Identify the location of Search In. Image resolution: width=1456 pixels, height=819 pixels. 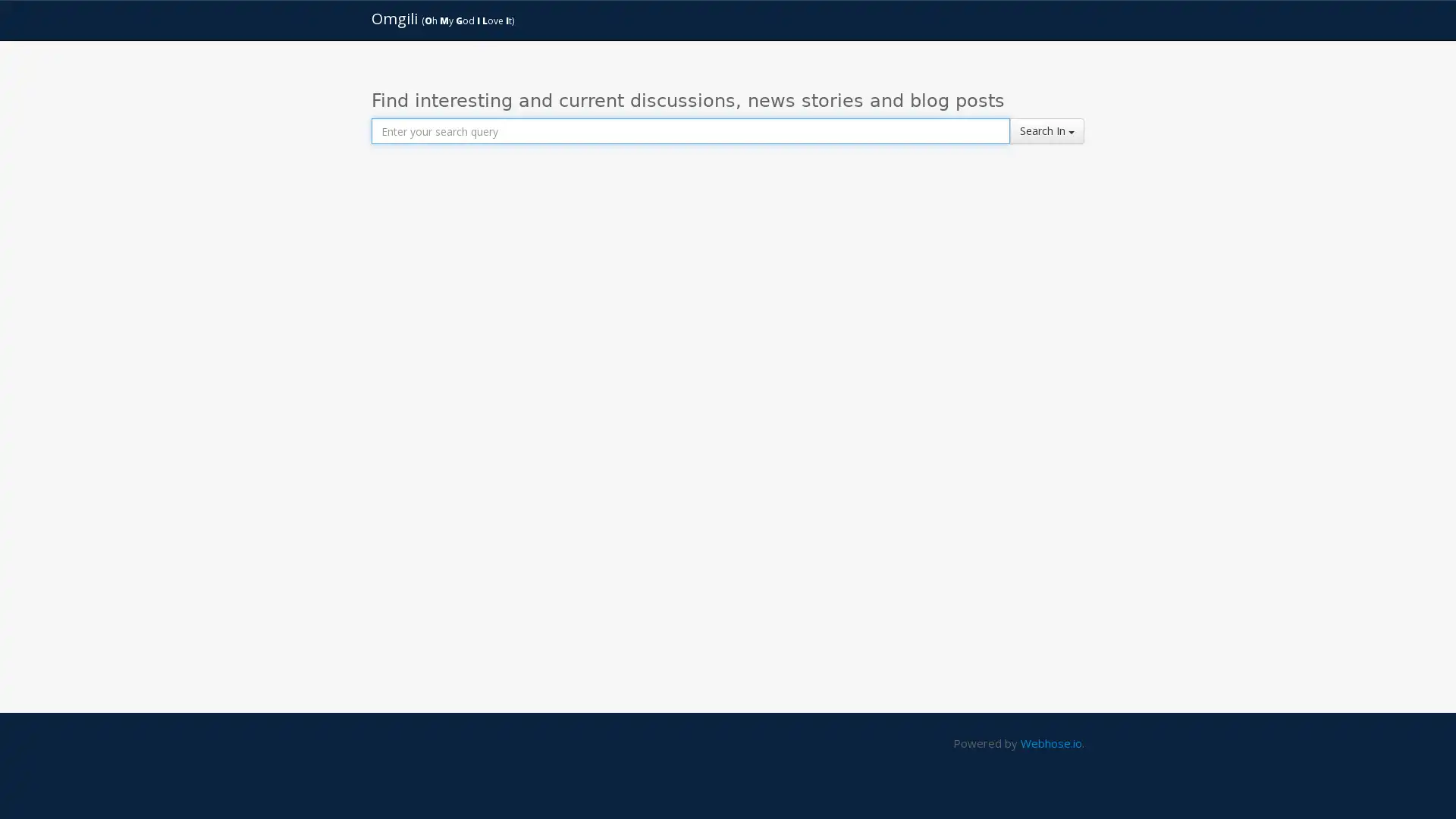
(1046, 130).